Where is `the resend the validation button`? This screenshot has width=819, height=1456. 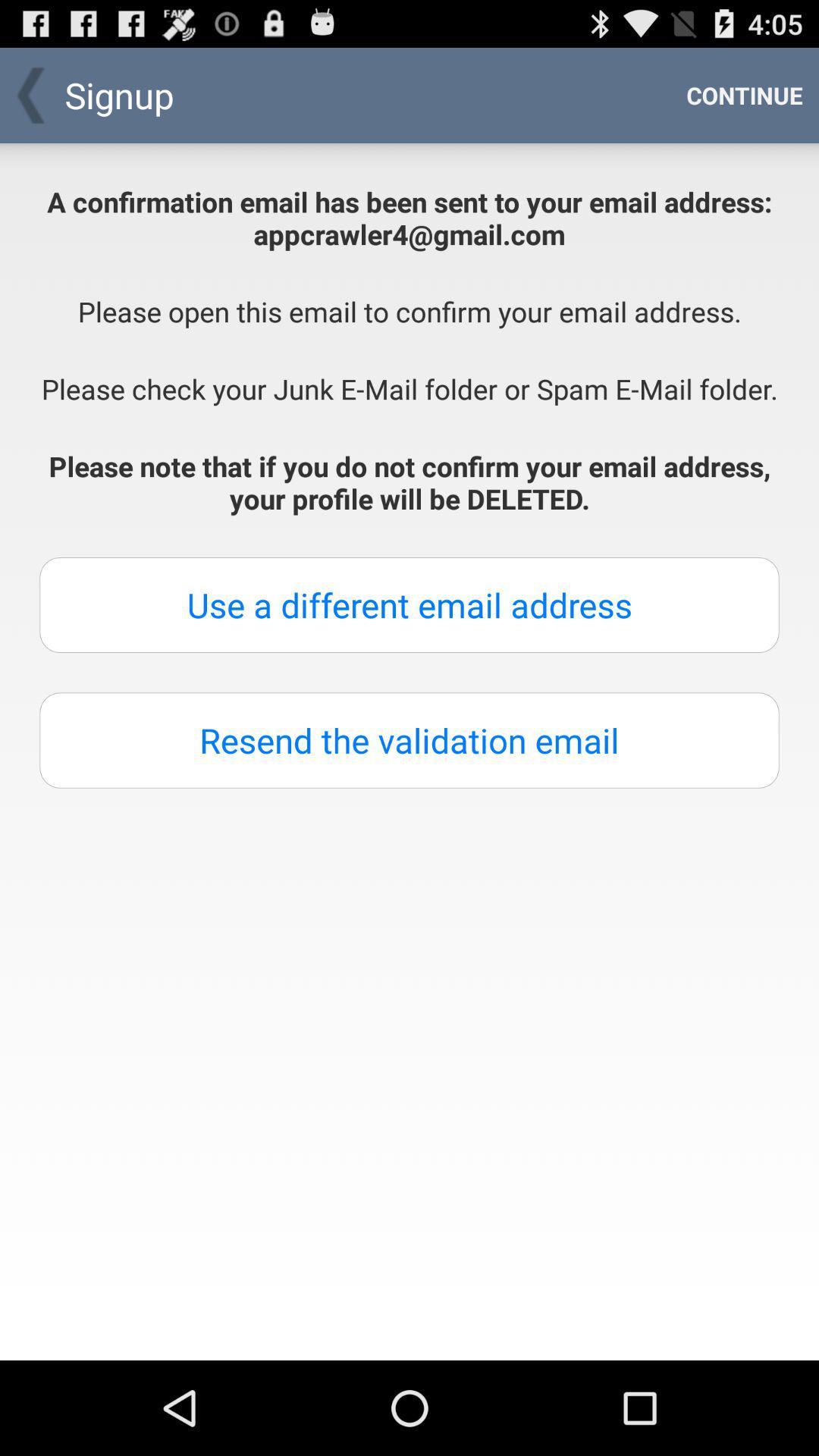 the resend the validation button is located at coordinates (409, 740).